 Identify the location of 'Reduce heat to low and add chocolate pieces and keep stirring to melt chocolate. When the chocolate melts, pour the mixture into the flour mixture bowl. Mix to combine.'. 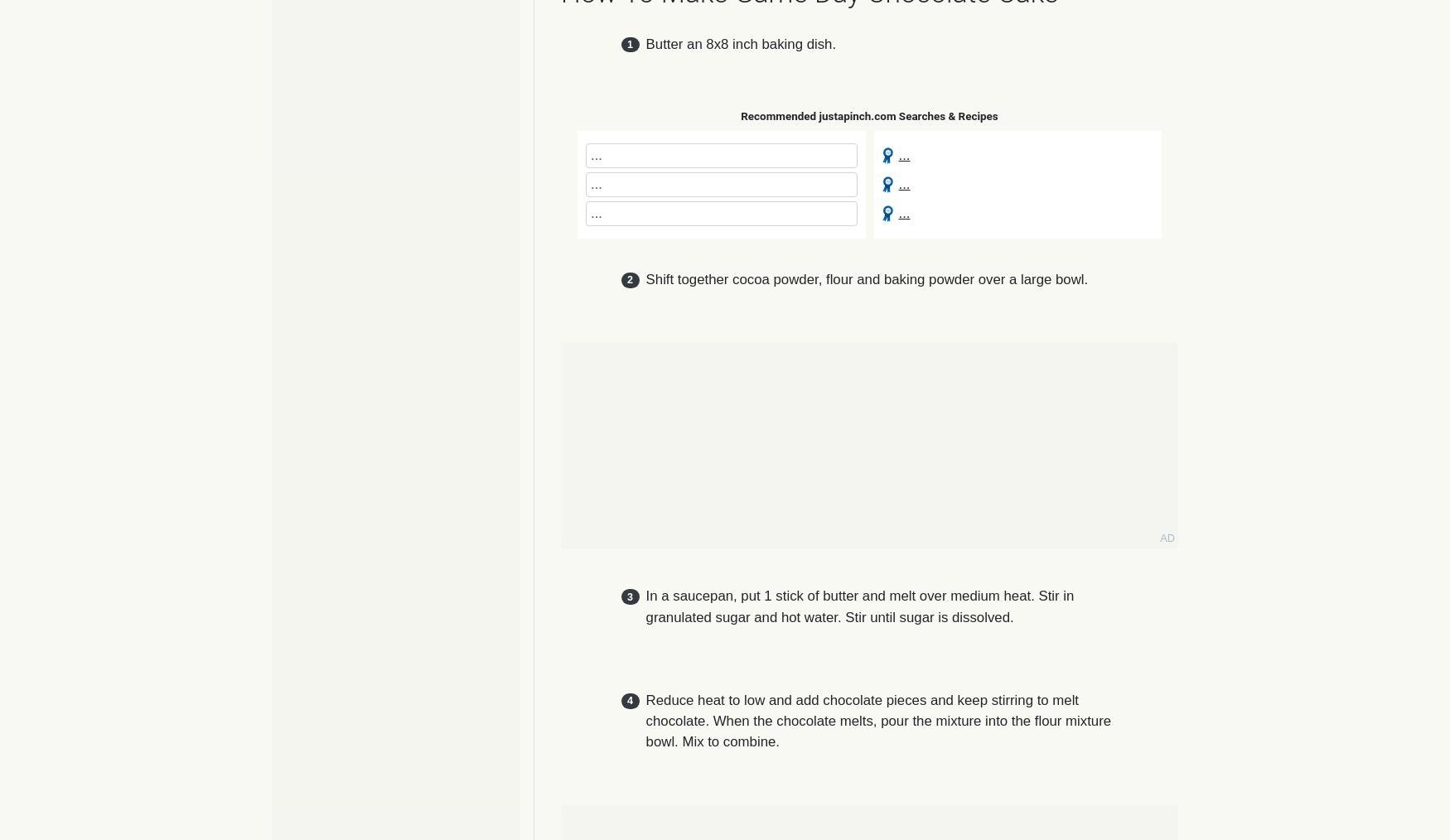
(877, 720).